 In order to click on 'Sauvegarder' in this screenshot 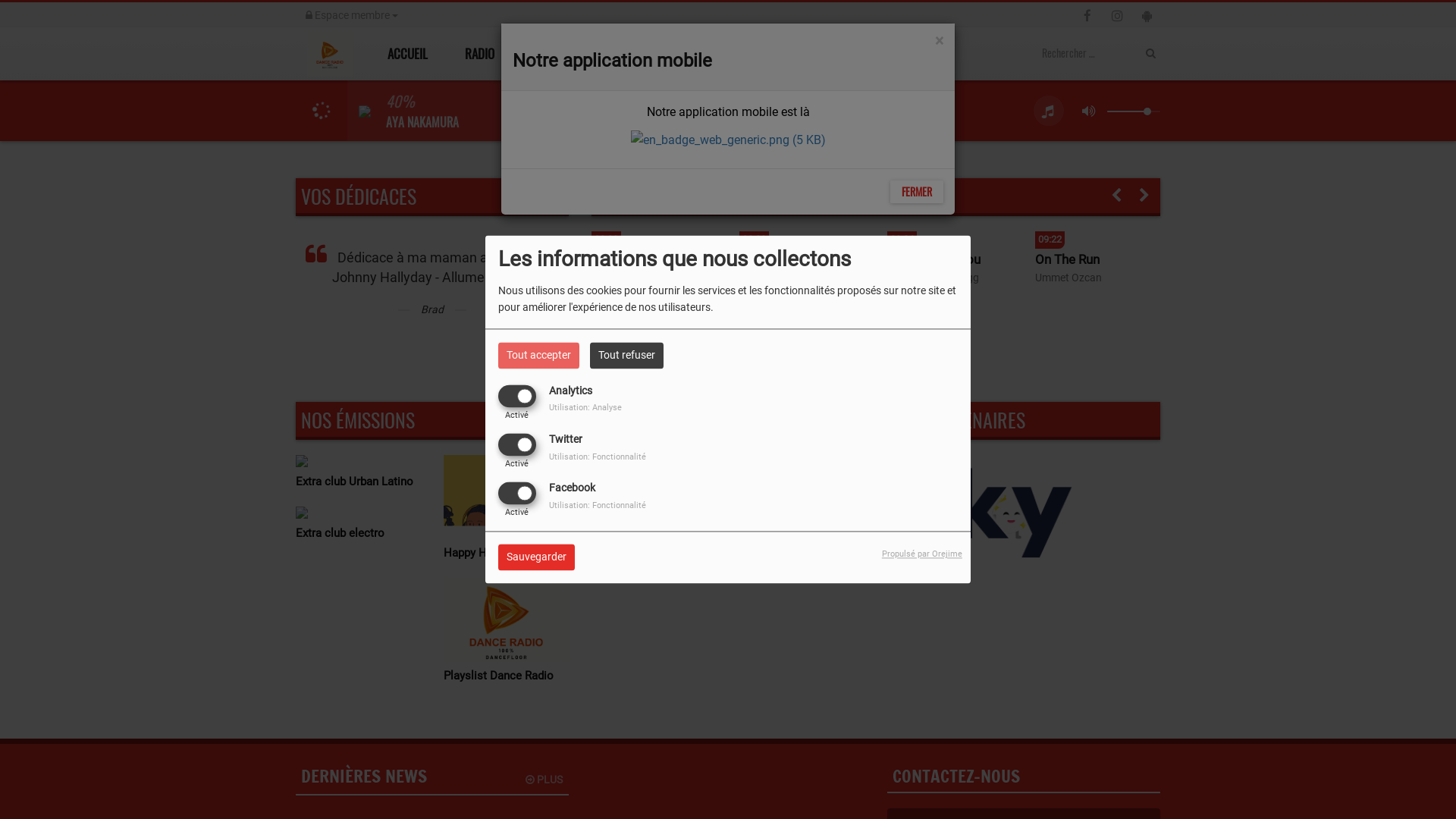, I will do `click(536, 557)`.